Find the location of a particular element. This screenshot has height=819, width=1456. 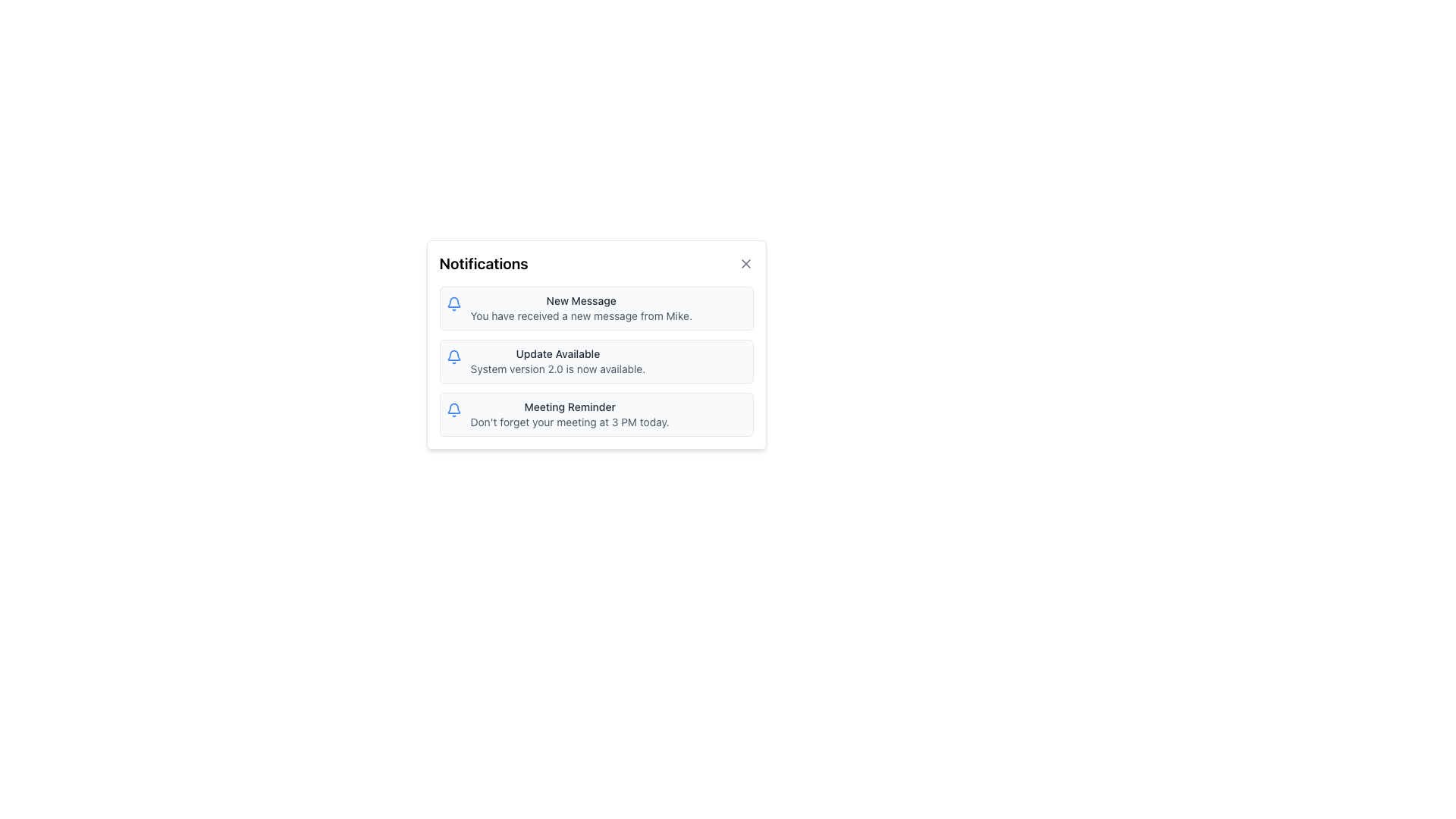

the notification icon, which is a bell symbol located in the middle section of the notification panel, to check for alerts or updates is located at coordinates (453, 356).